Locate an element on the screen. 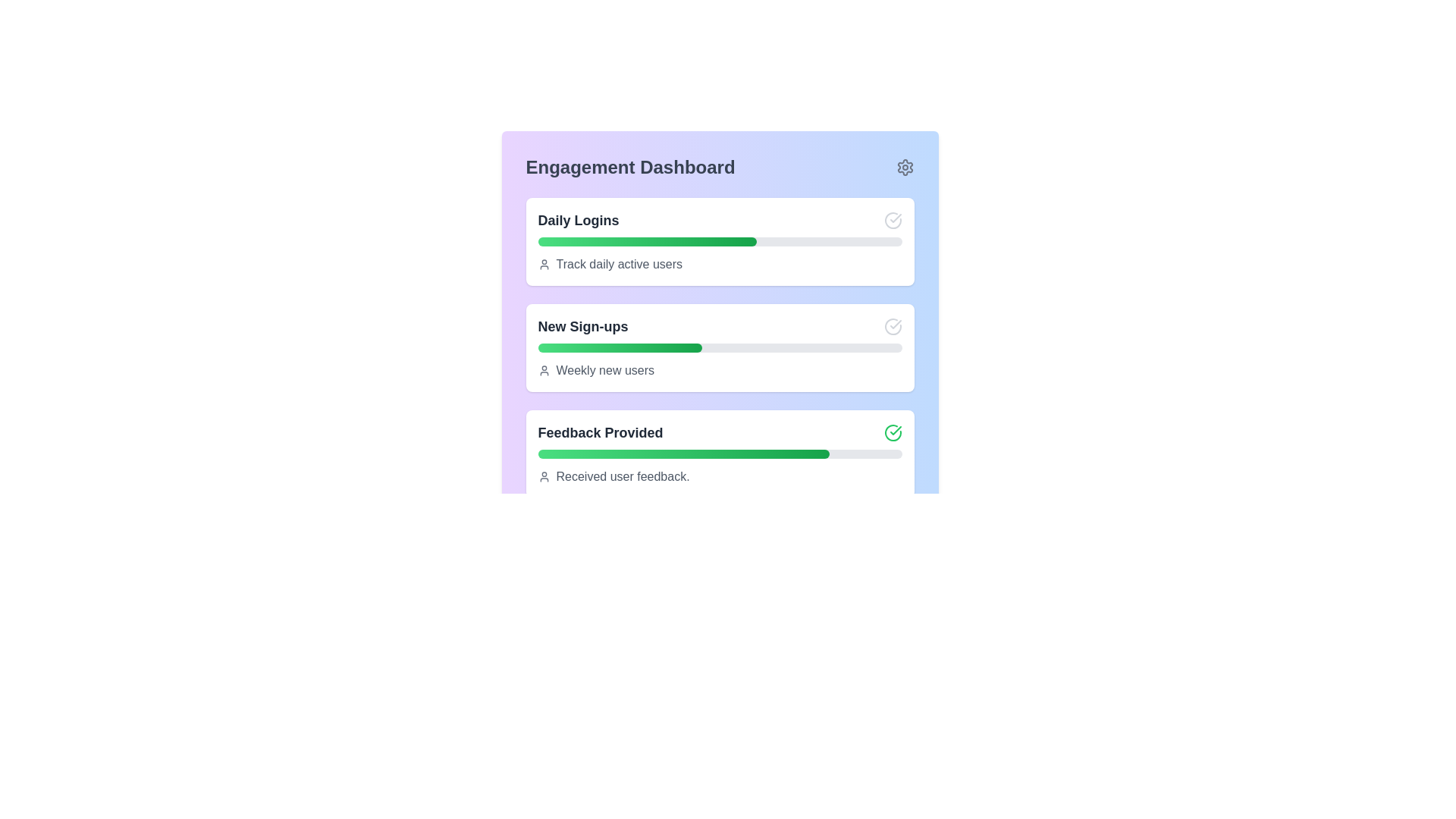 The image size is (1456, 819). icon located to the immediate left of the text 'Received user feedback.' in the 'Feedback Provided' section of the dashboard is located at coordinates (544, 475).